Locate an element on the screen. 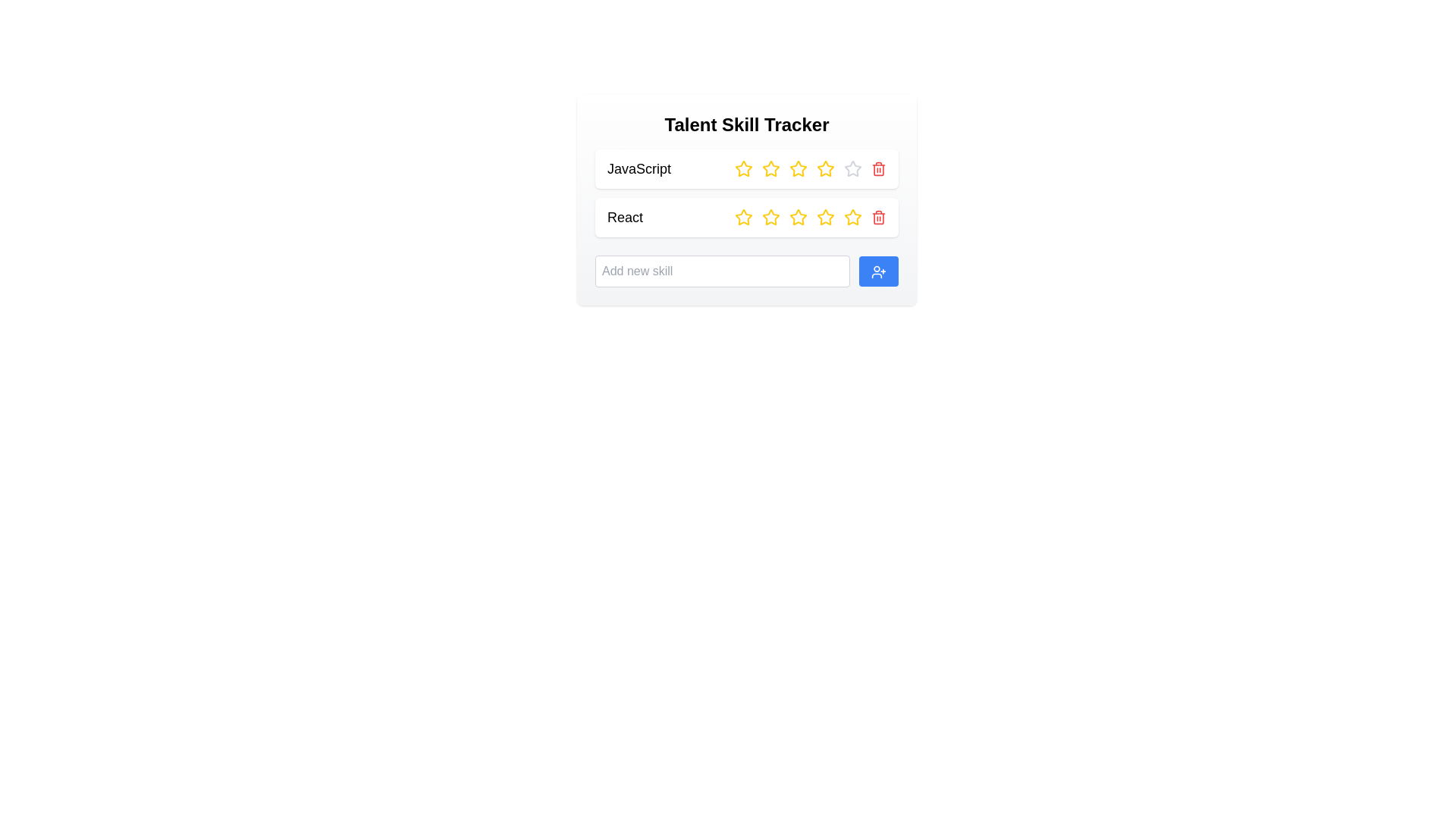  the fifth star icon in the rating row associated with the 'React' skill is located at coordinates (797, 217).